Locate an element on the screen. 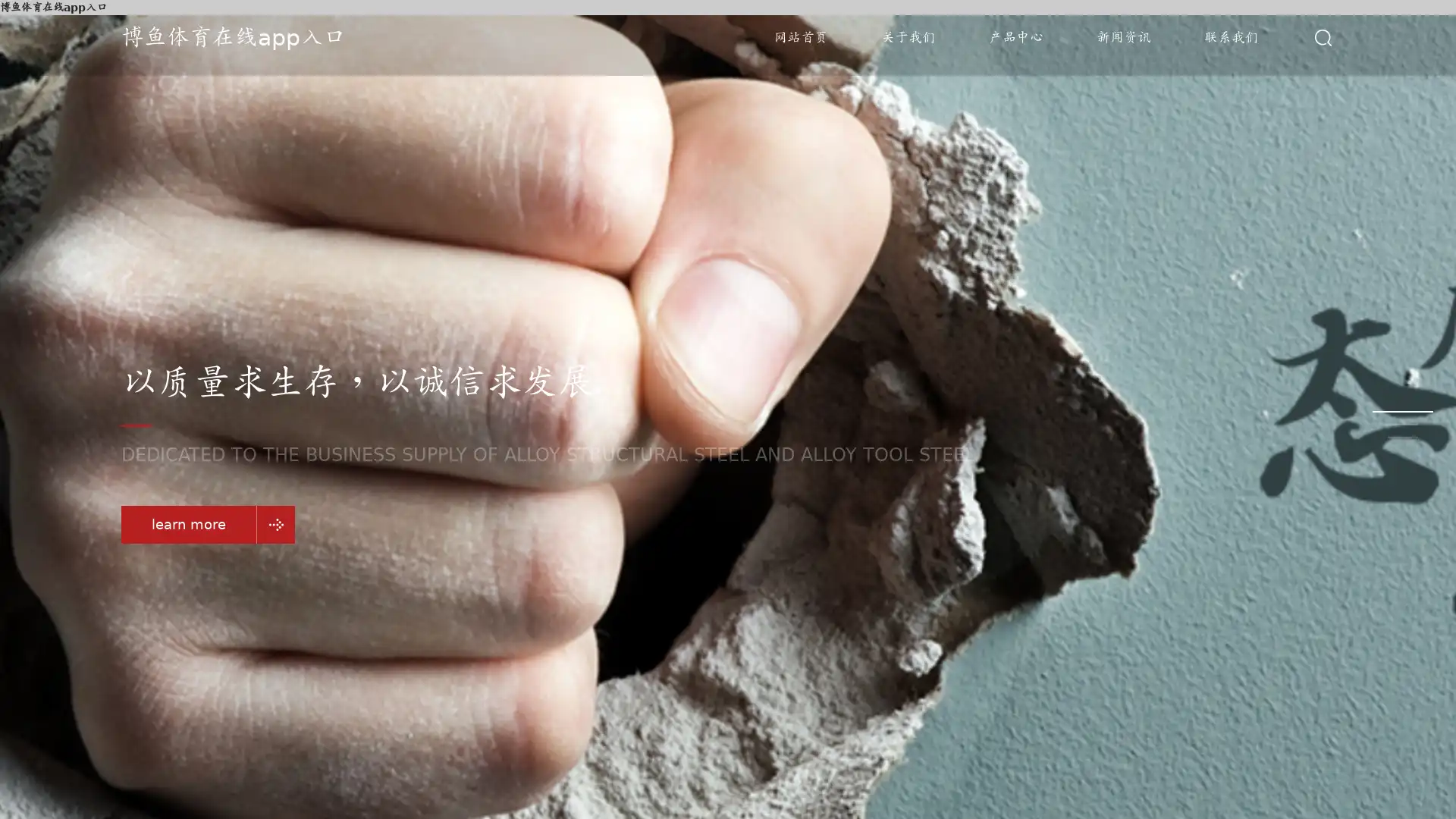 The height and width of the screenshot is (819, 1456). Go to slide 2 is located at coordinates (1401, 424).